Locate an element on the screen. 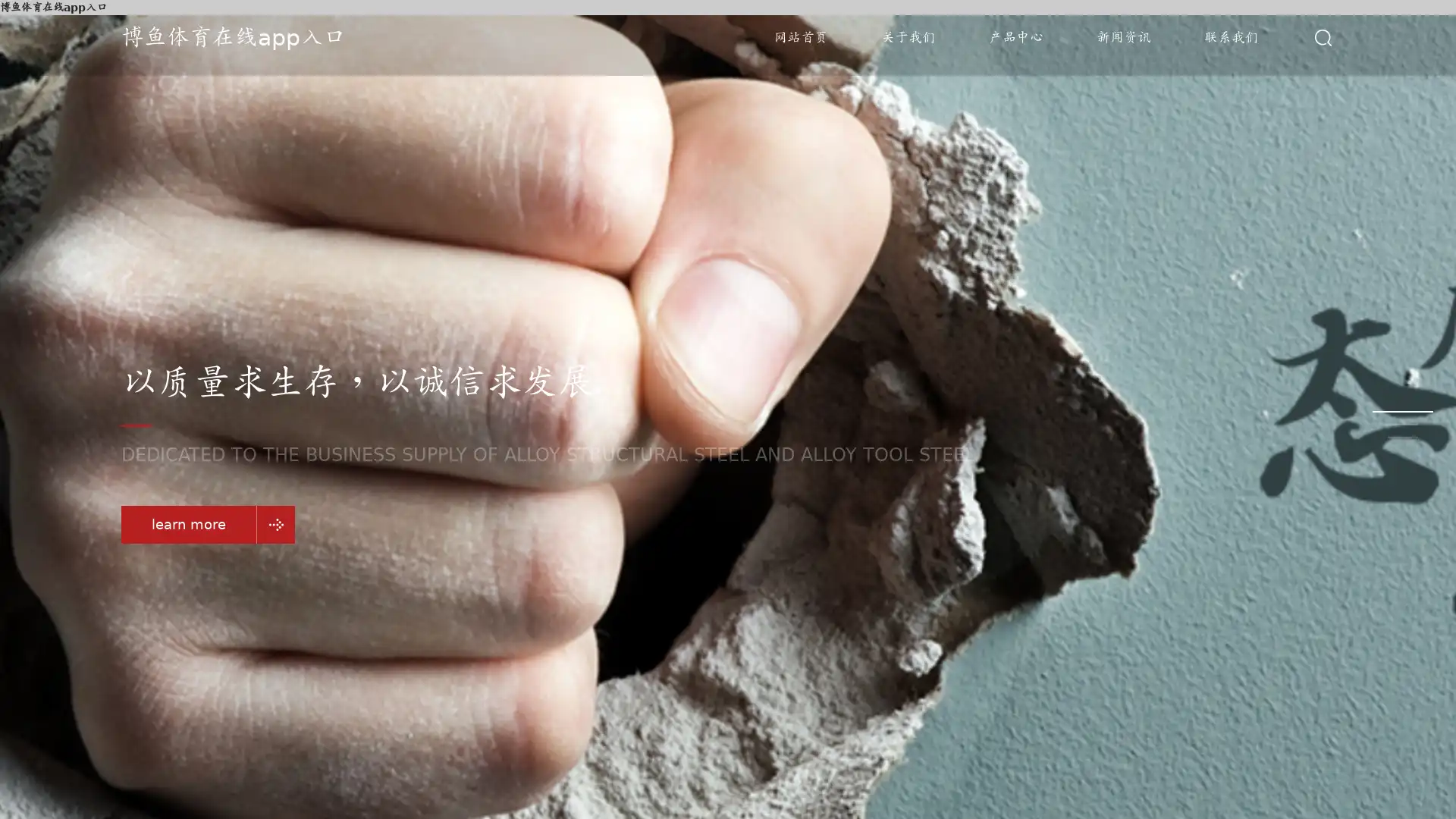 The height and width of the screenshot is (819, 1456). Go to slide 2 is located at coordinates (1401, 424).